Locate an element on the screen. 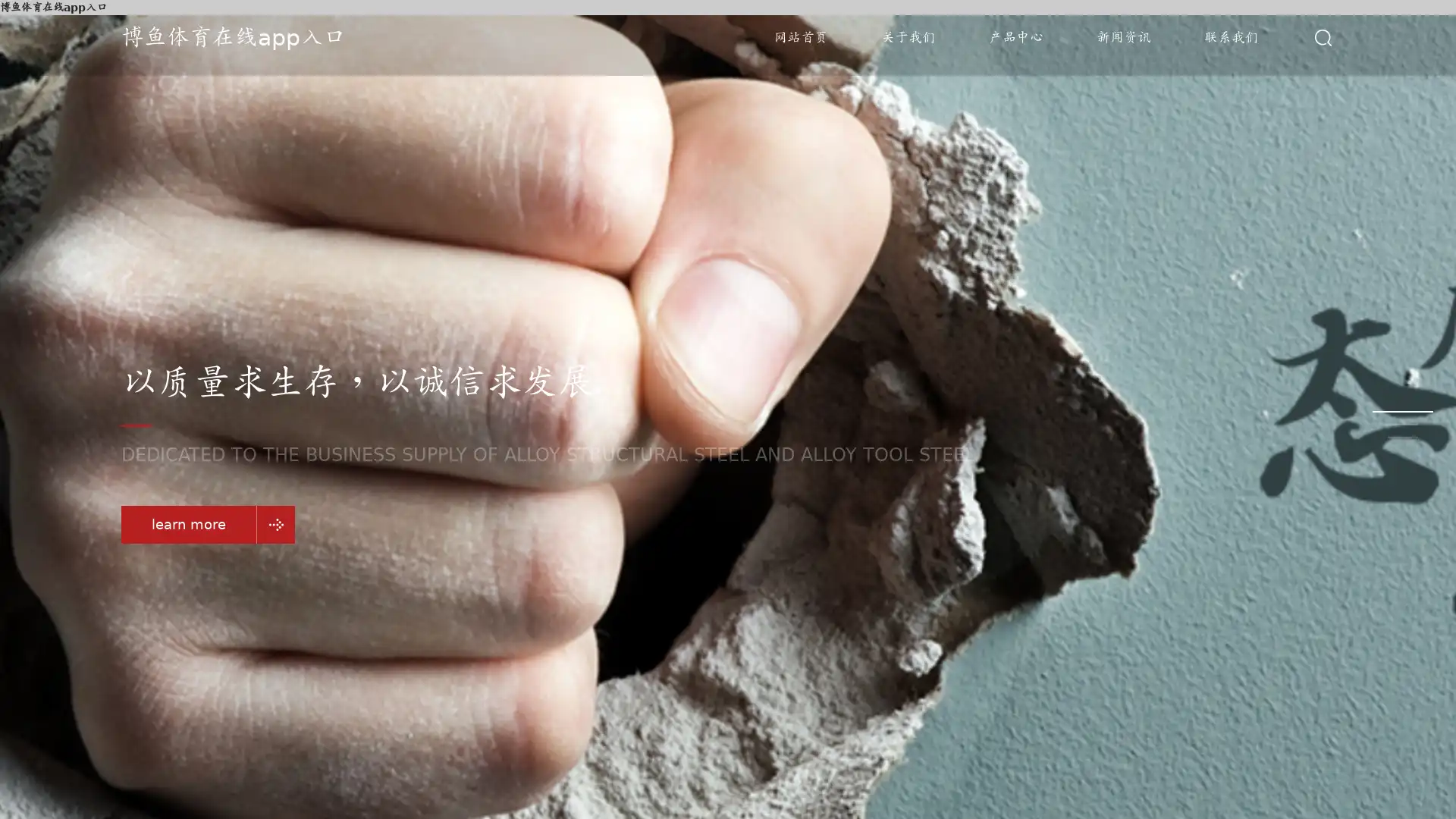 The height and width of the screenshot is (819, 1456). Go to slide 2 is located at coordinates (1401, 424).